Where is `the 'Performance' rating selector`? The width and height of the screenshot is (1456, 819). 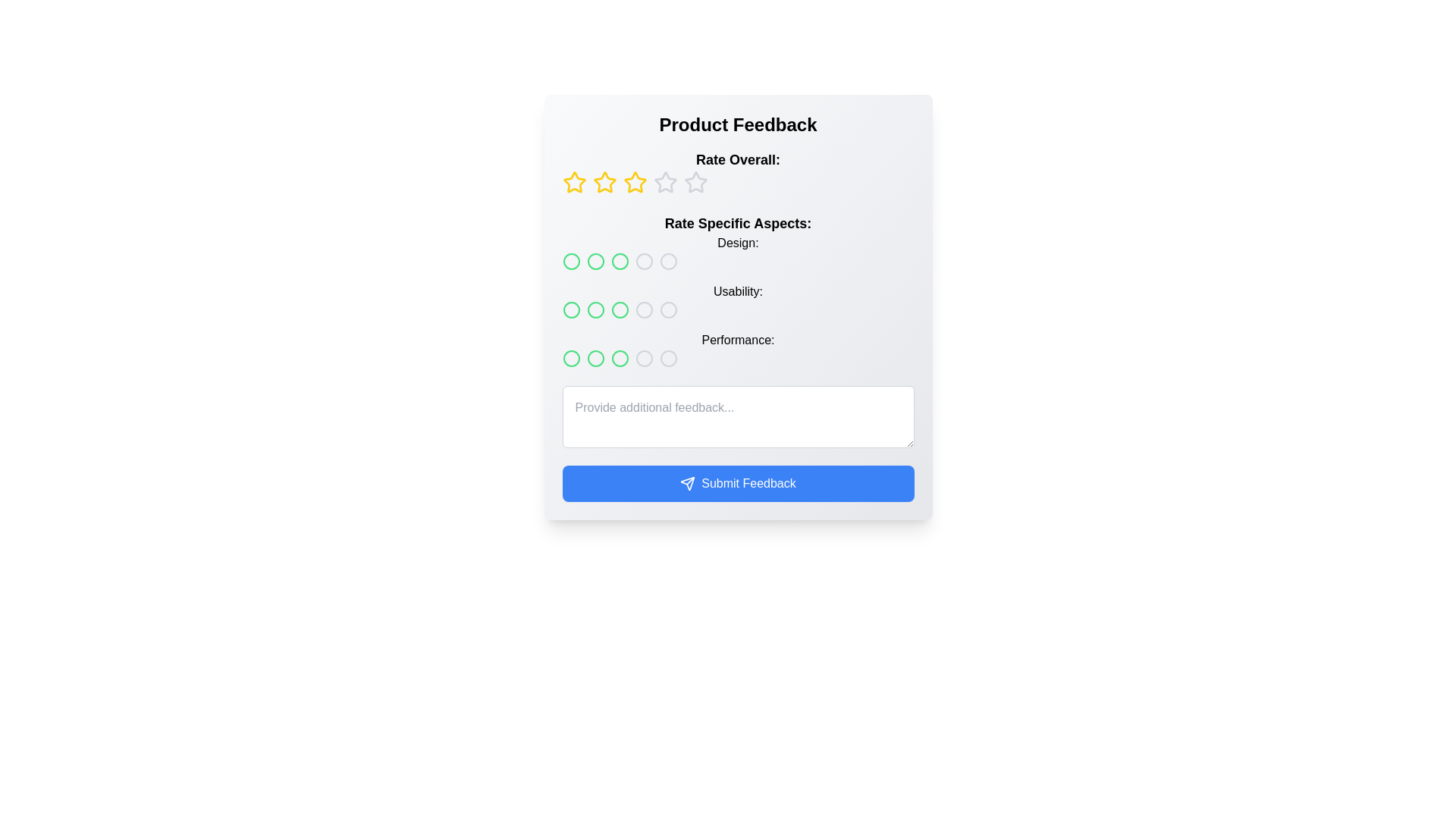
the 'Performance' rating selector is located at coordinates (738, 350).